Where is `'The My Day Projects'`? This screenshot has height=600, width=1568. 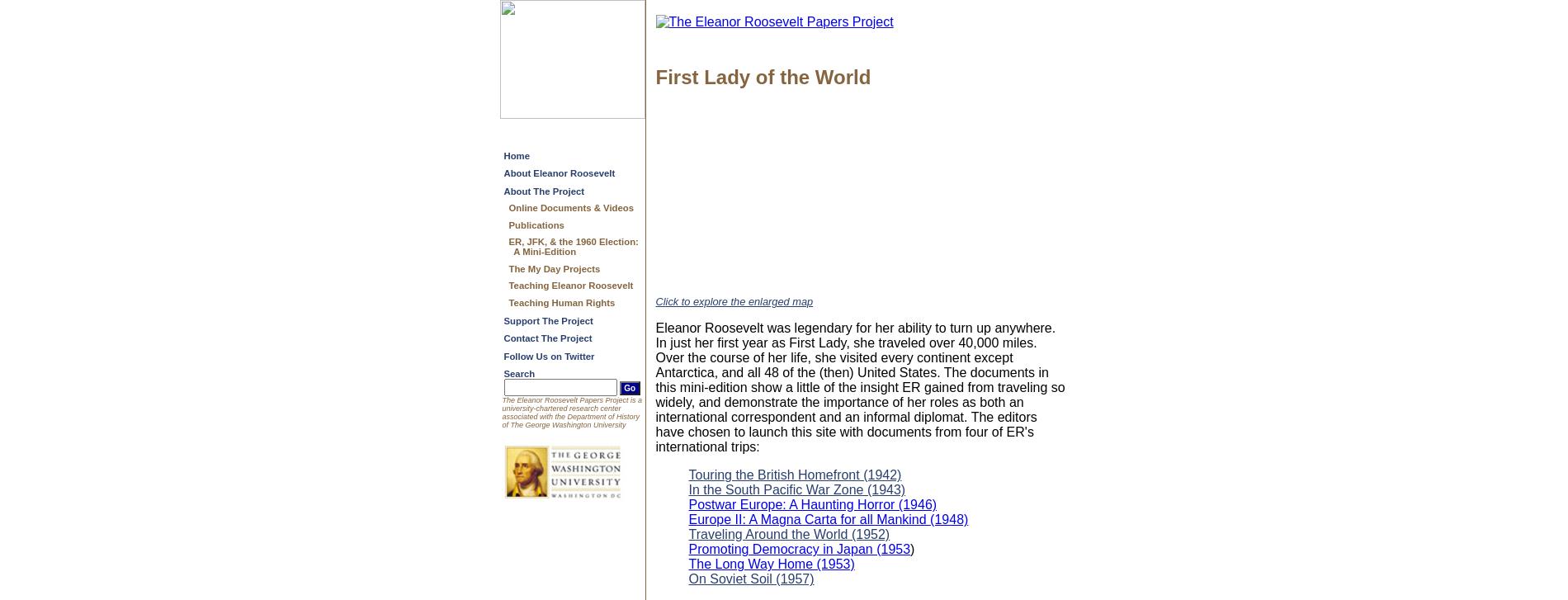 'The My Day Projects' is located at coordinates (554, 267).